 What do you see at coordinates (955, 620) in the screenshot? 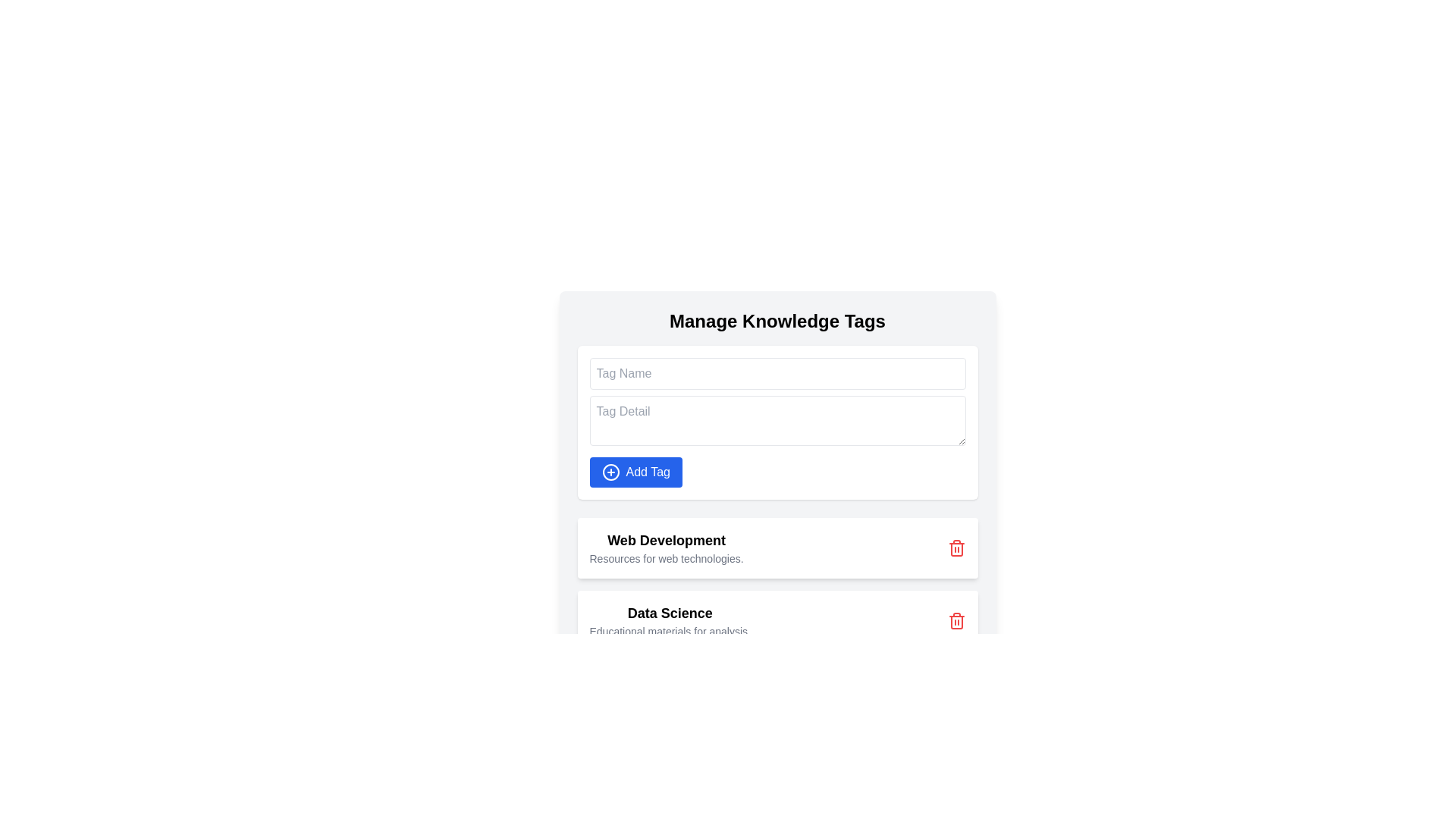
I see `the bright red trash can icon button located on the far right-hand side of the 'Data Science Educational materials for analysis' section` at bounding box center [955, 620].